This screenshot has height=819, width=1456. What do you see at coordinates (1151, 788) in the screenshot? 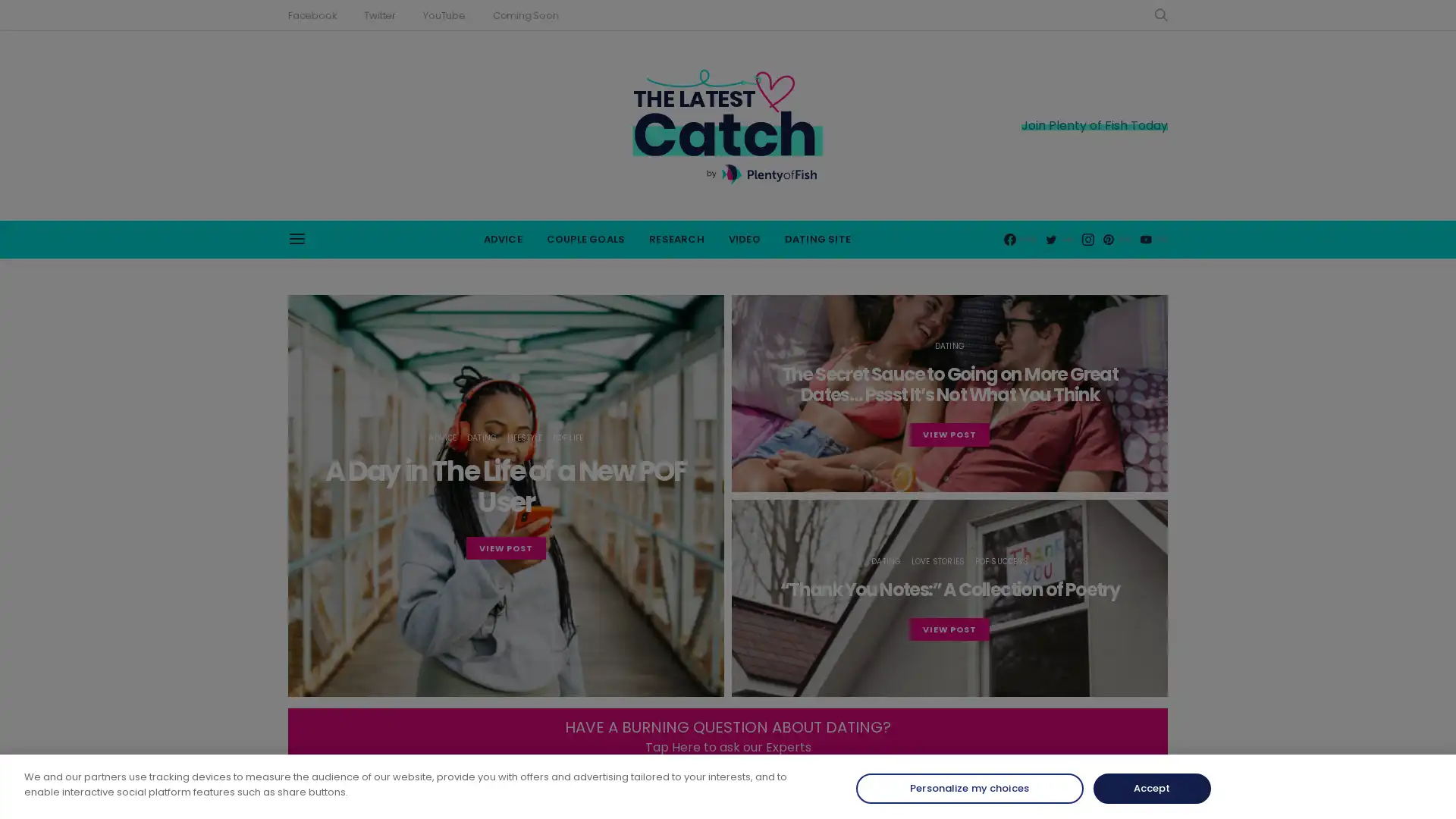
I see `Accept` at bounding box center [1151, 788].